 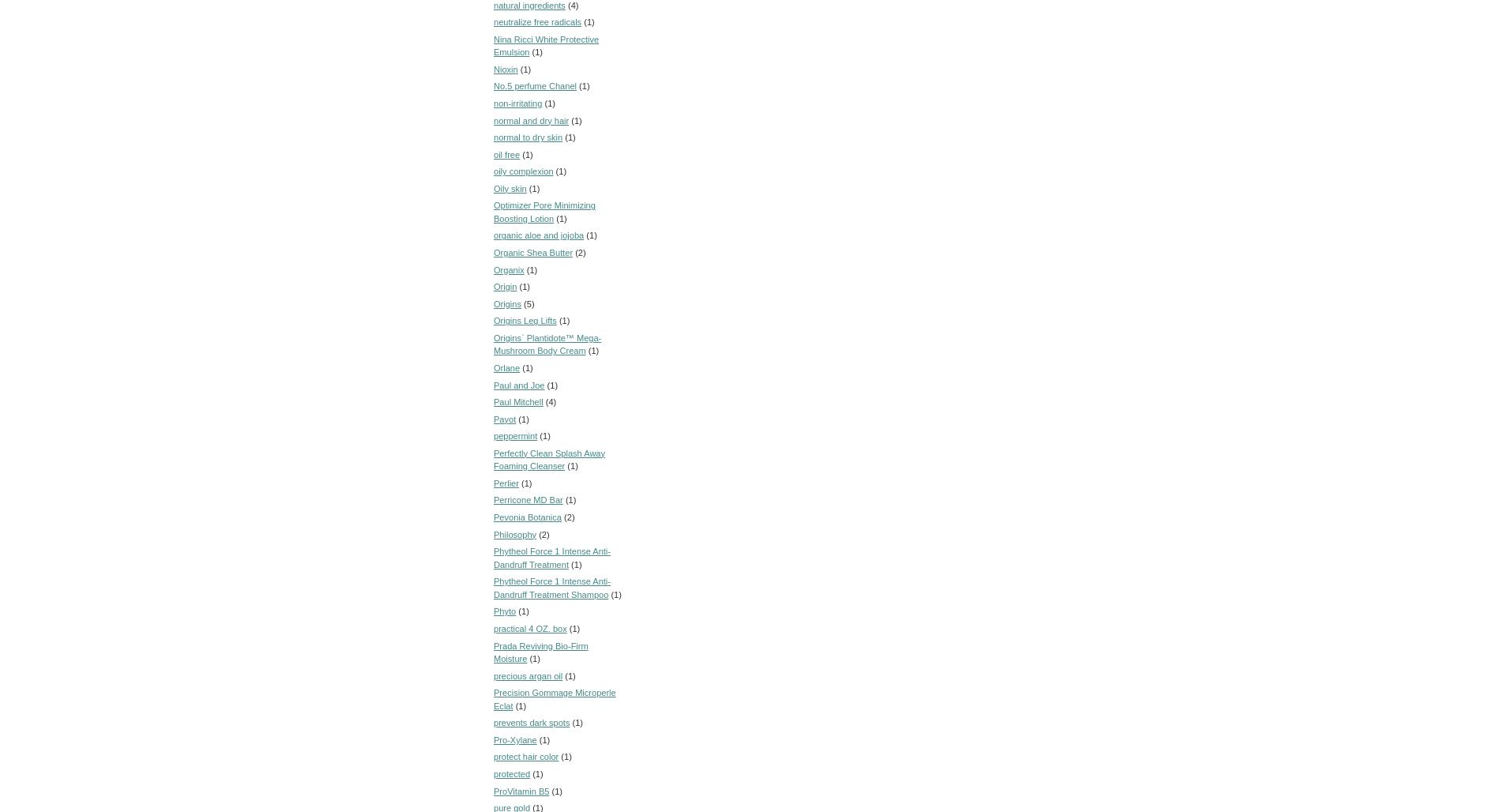 I want to click on 'Origins` Plantidote™ Mega-Mushroom Body Cream', so click(x=547, y=344).